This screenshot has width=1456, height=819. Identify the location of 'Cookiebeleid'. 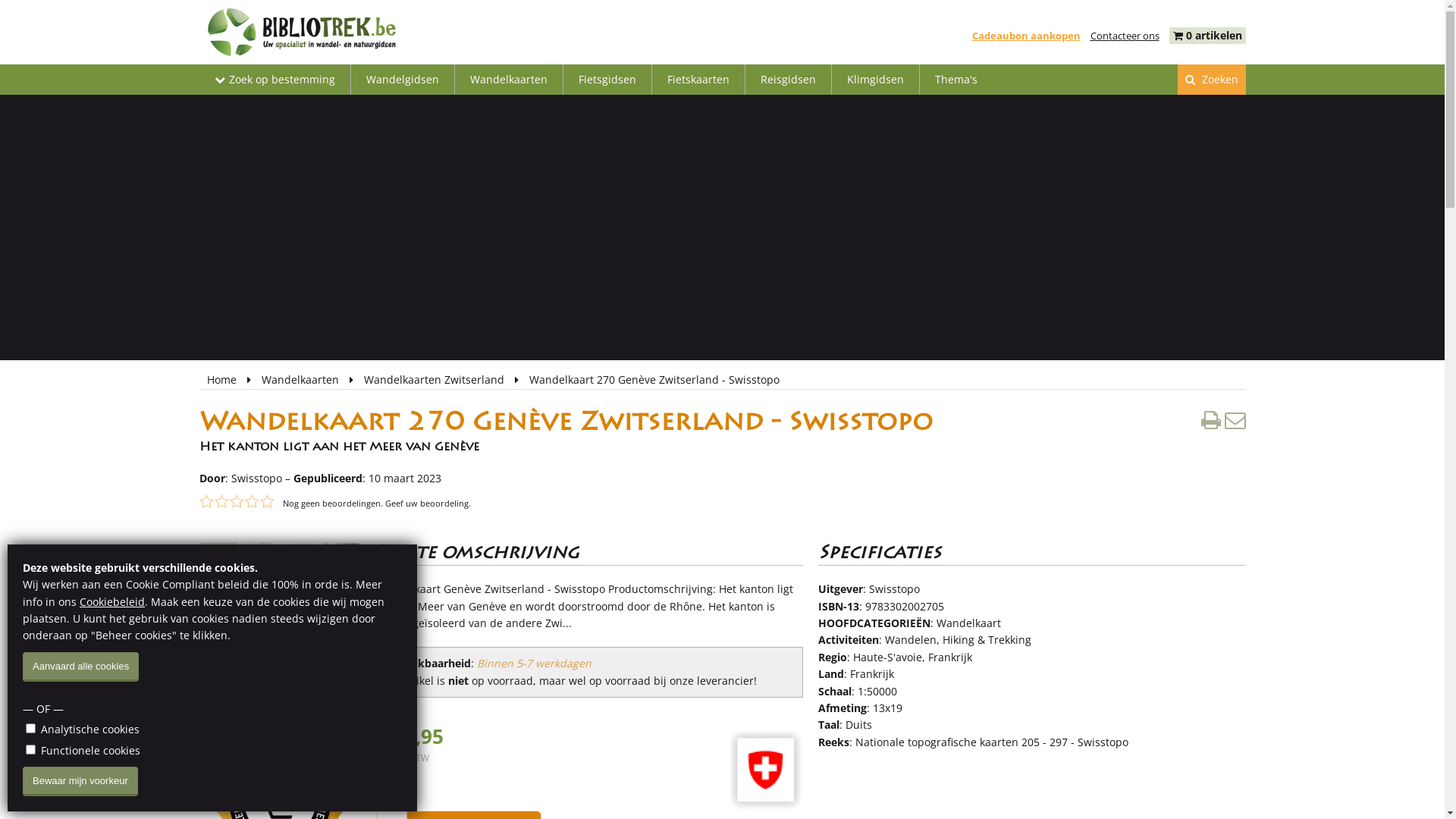
(111, 601).